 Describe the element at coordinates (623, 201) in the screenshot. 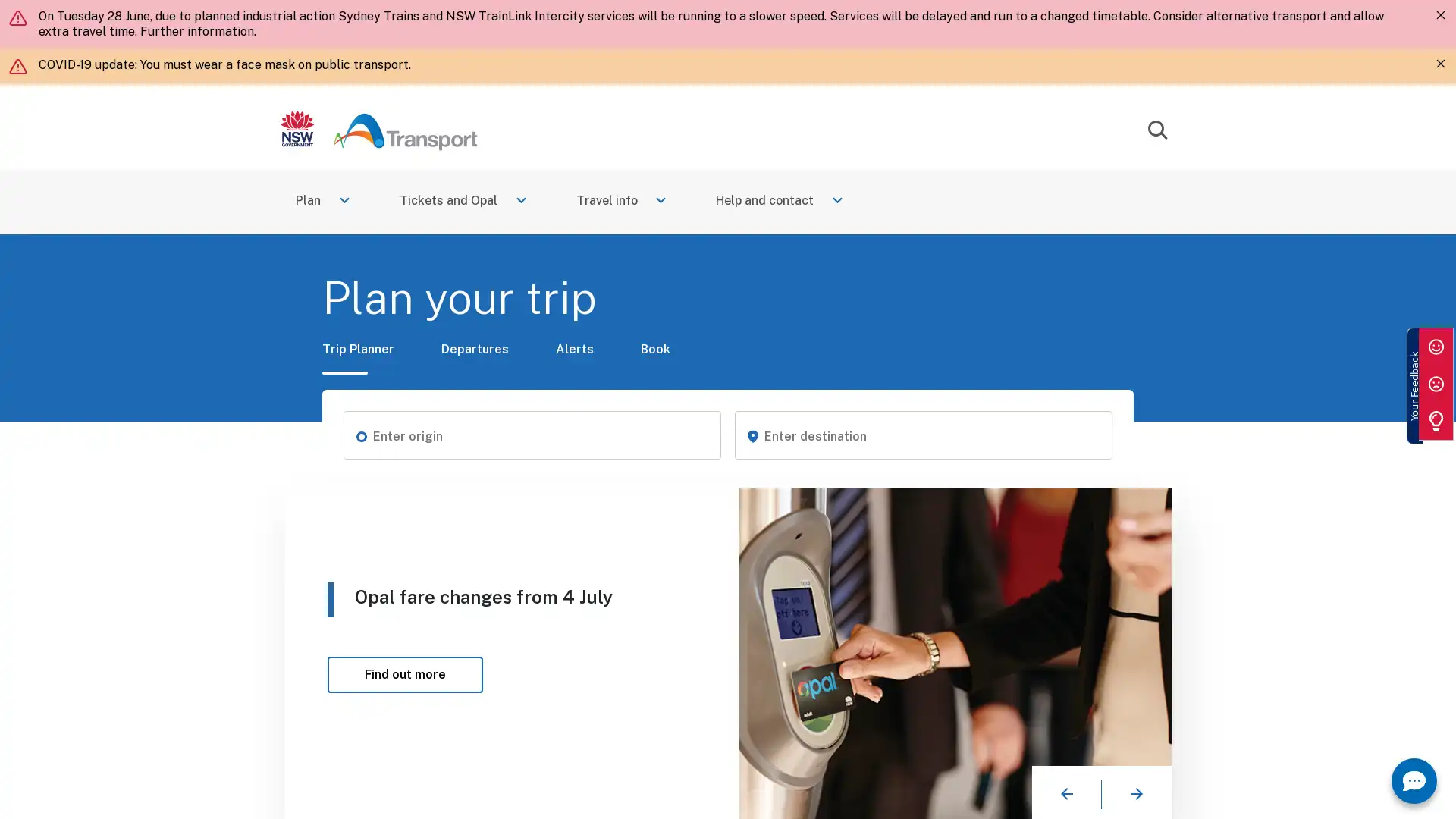

I see `Travel info` at that location.